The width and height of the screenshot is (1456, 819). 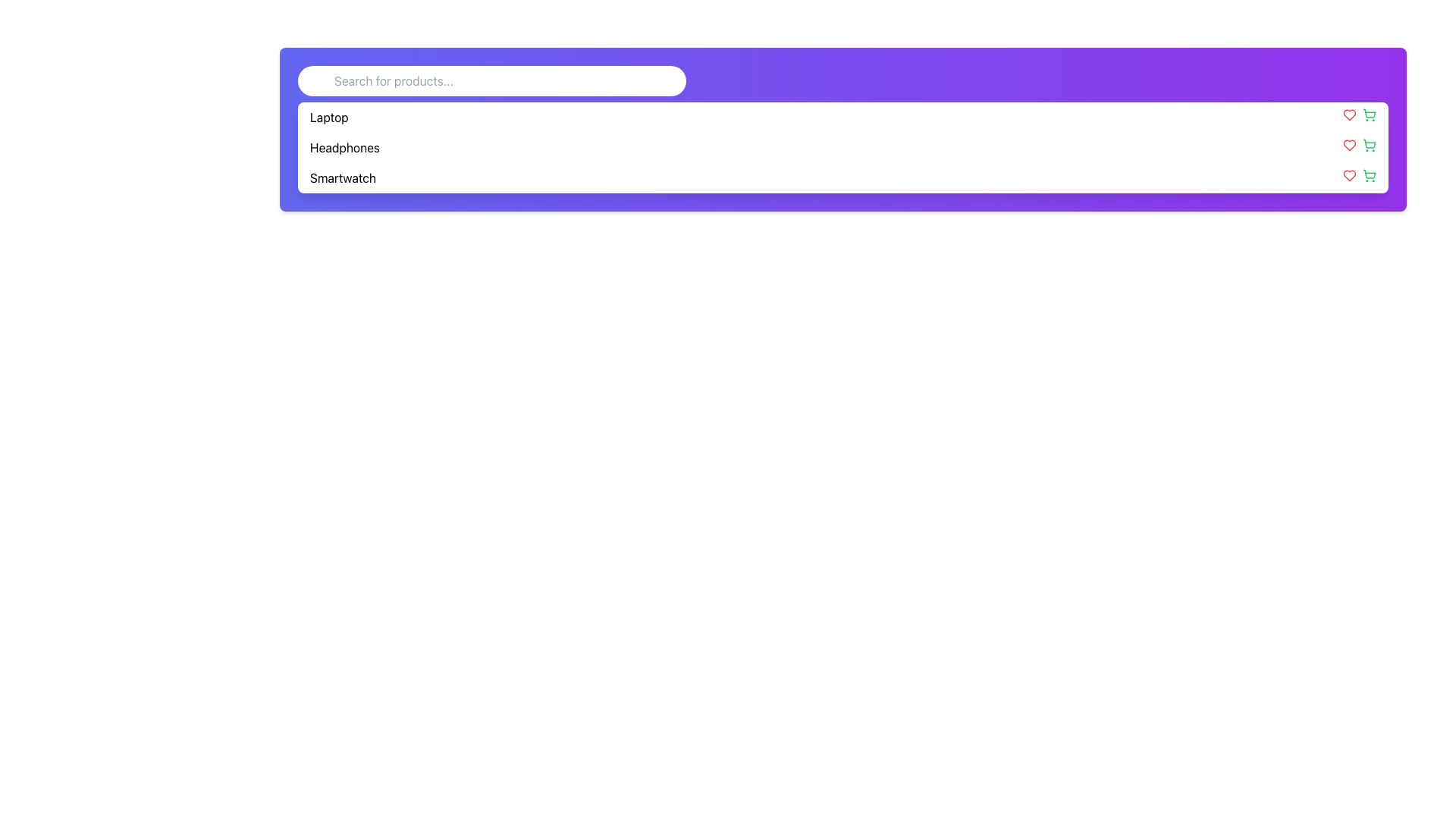 I want to click on the shopping cart icon, which is the second icon in a group of icons positioned to the right of a list item's row, so click(x=1369, y=146).